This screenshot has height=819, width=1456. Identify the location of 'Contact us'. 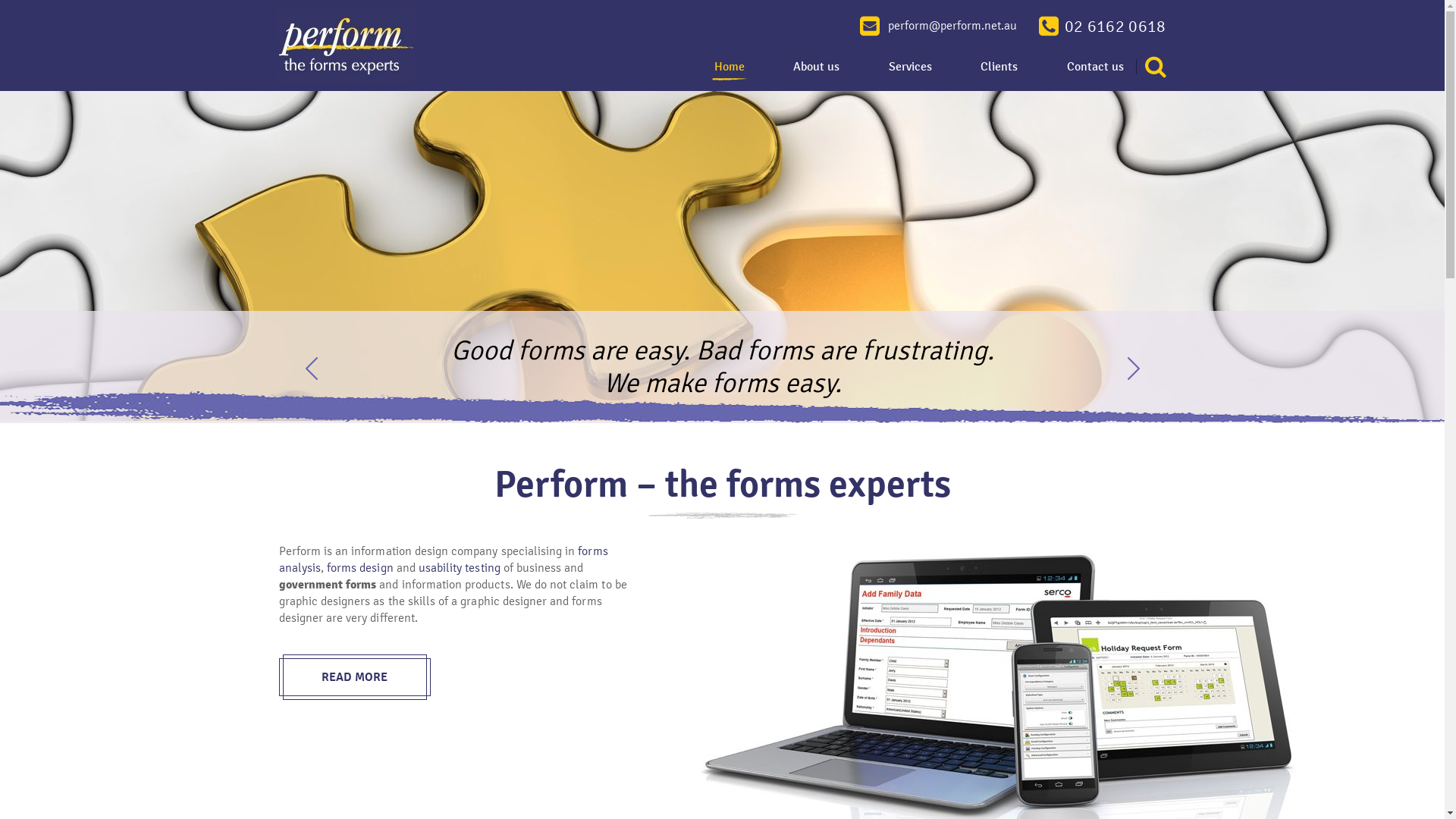
(1095, 72).